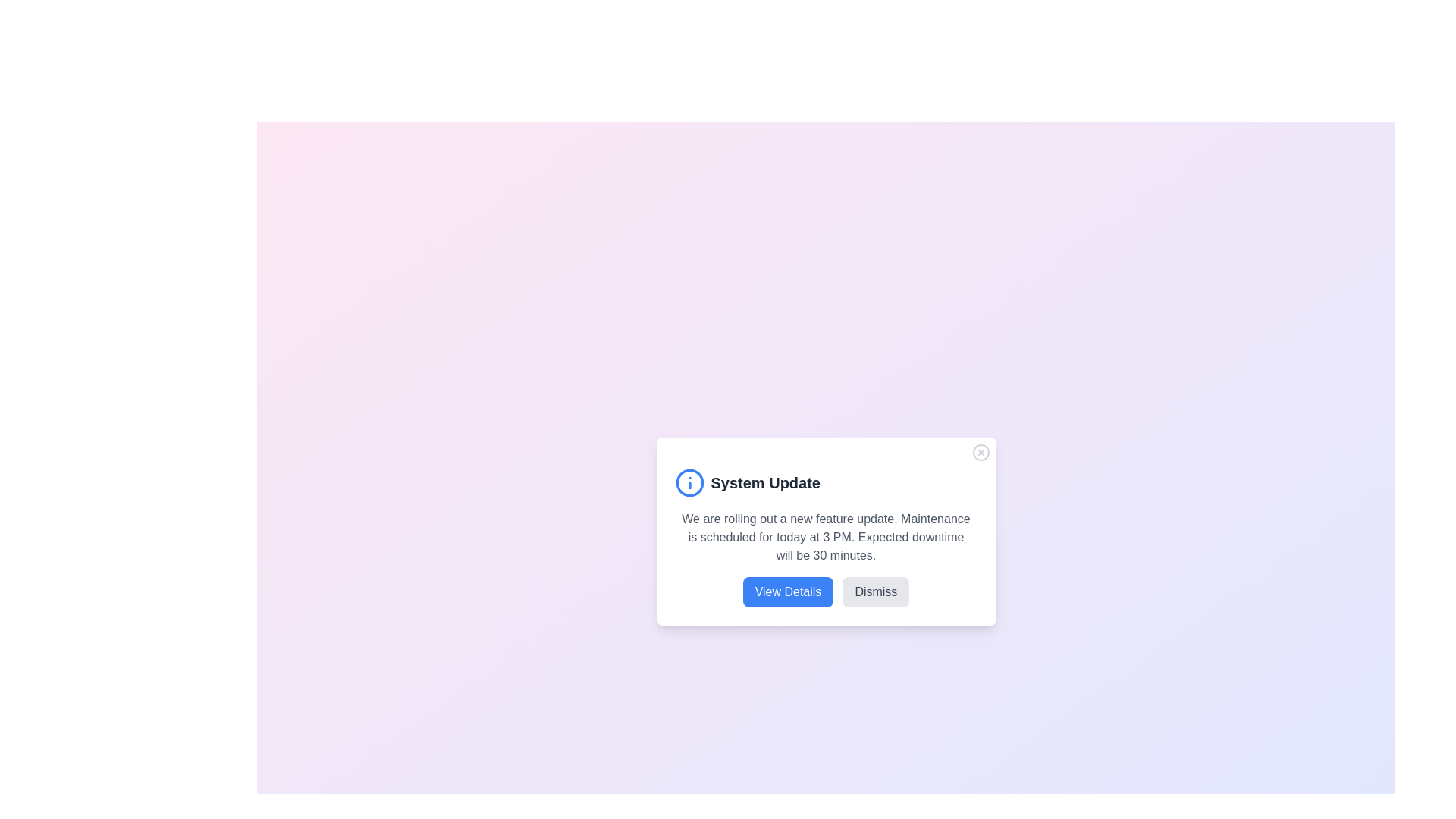  What do you see at coordinates (876, 591) in the screenshot?
I see `the 'Dismiss' button, which is a gray button with rounded corners located to the right of the 'View Details' button in a modal dialog box` at bounding box center [876, 591].